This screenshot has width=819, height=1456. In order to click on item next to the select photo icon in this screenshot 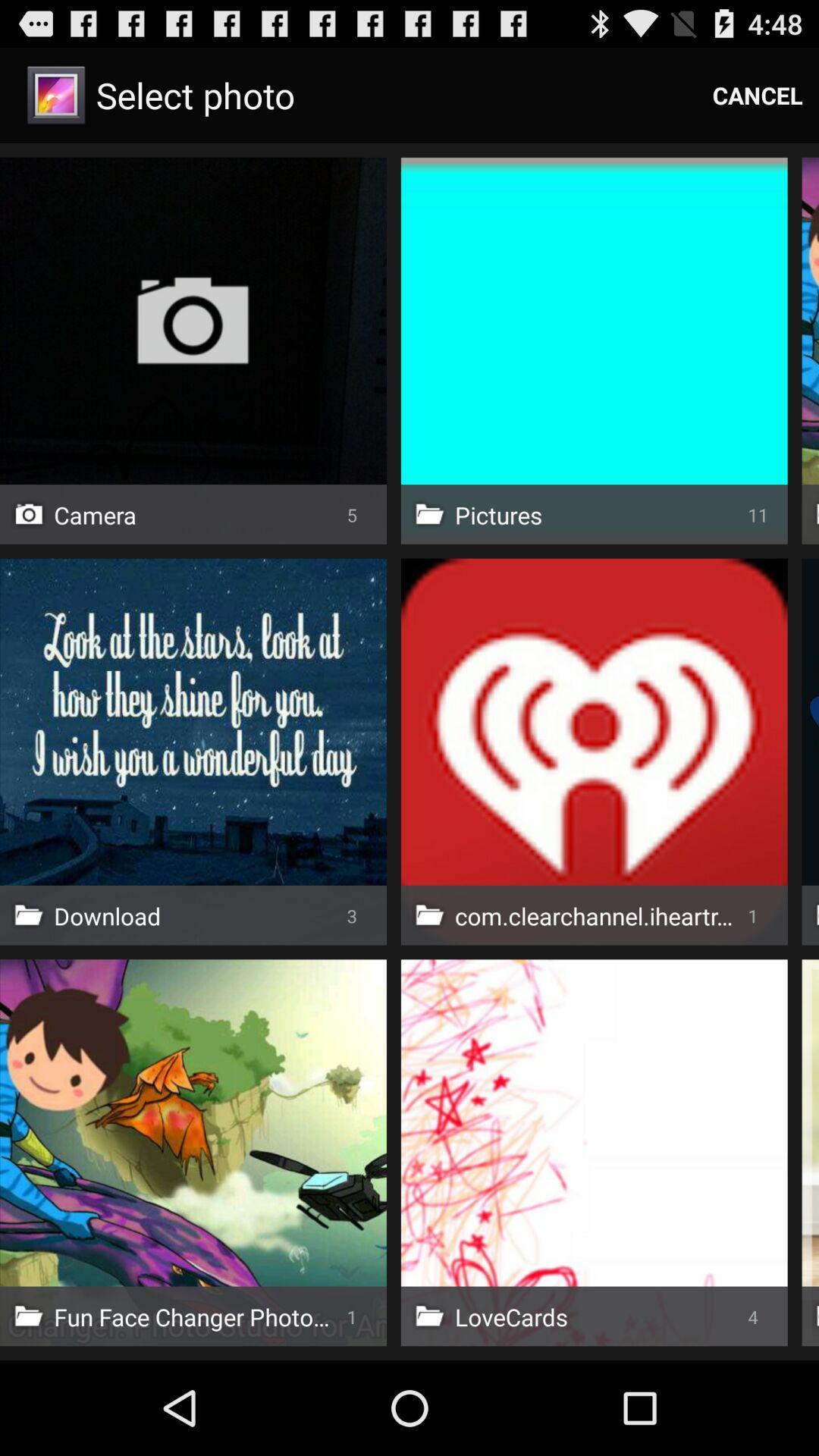, I will do `click(758, 94)`.